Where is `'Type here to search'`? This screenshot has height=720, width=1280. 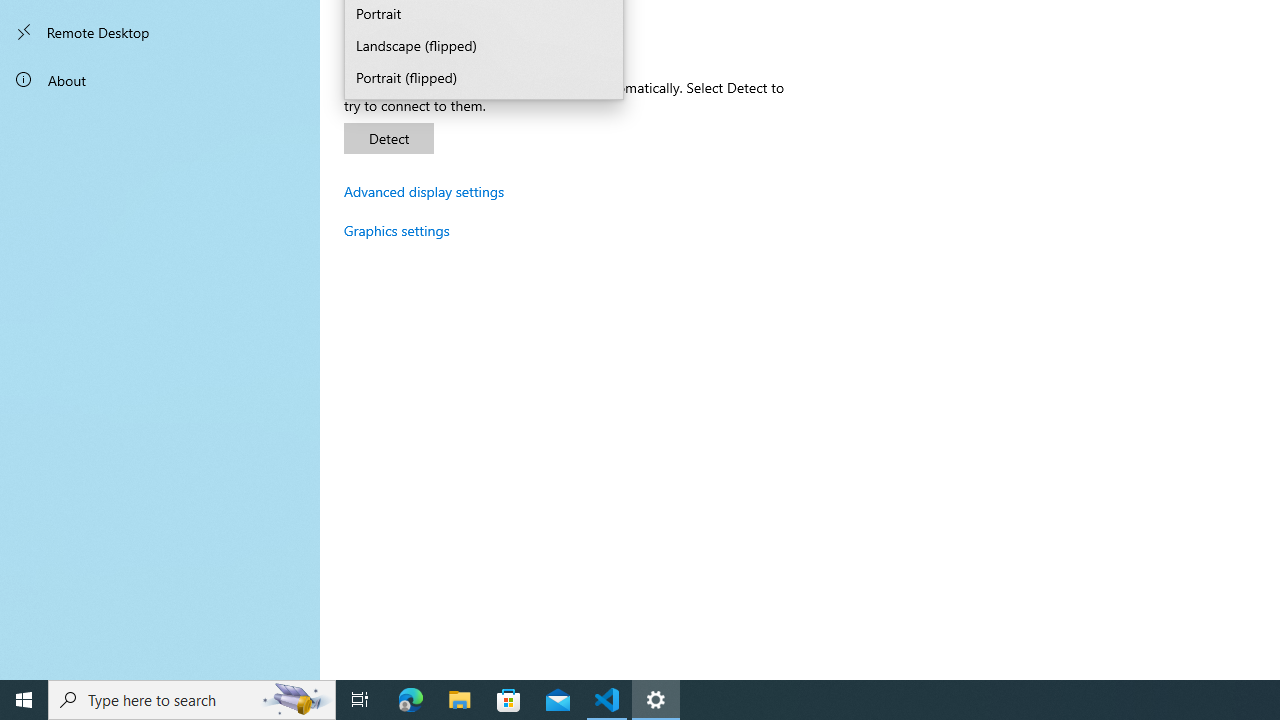 'Type here to search' is located at coordinates (192, 698).